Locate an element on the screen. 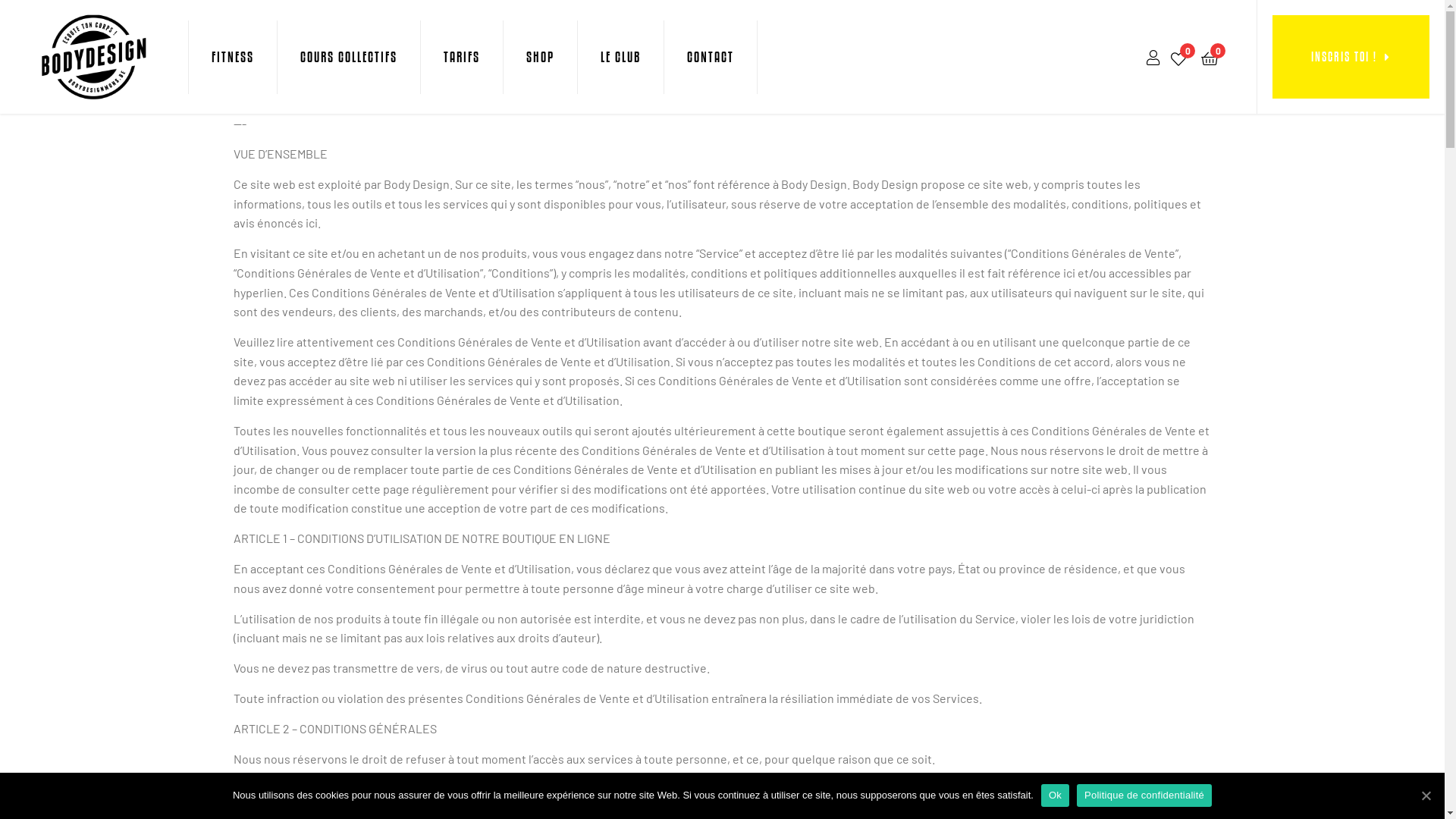 The height and width of the screenshot is (819, 1456). 'CONTACT' is located at coordinates (709, 56).